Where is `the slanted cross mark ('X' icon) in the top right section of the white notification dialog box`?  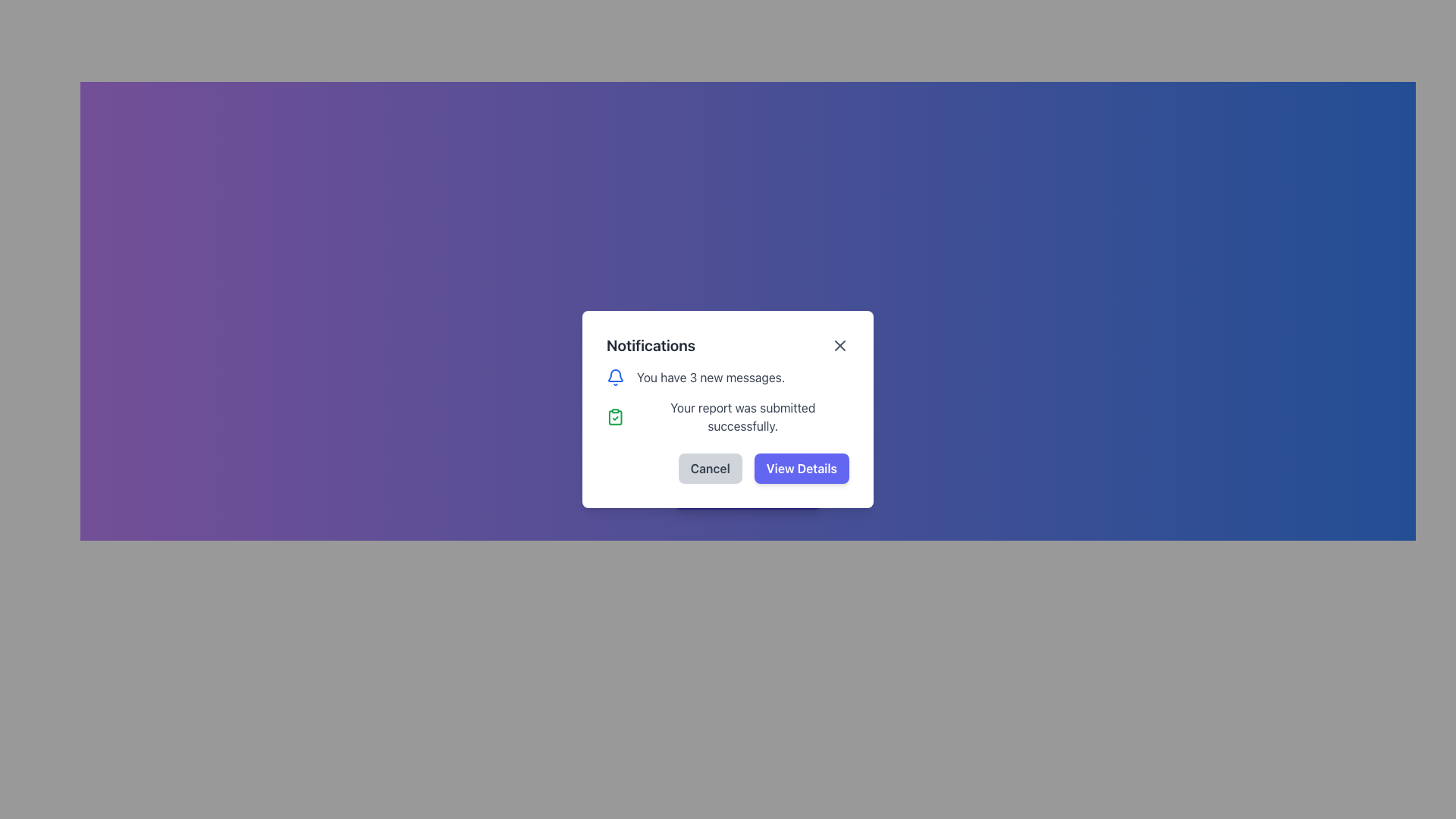 the slanted cross mark ('X' icon) in the top right section of the white notification dialog box is located at coordinates (839, 345).